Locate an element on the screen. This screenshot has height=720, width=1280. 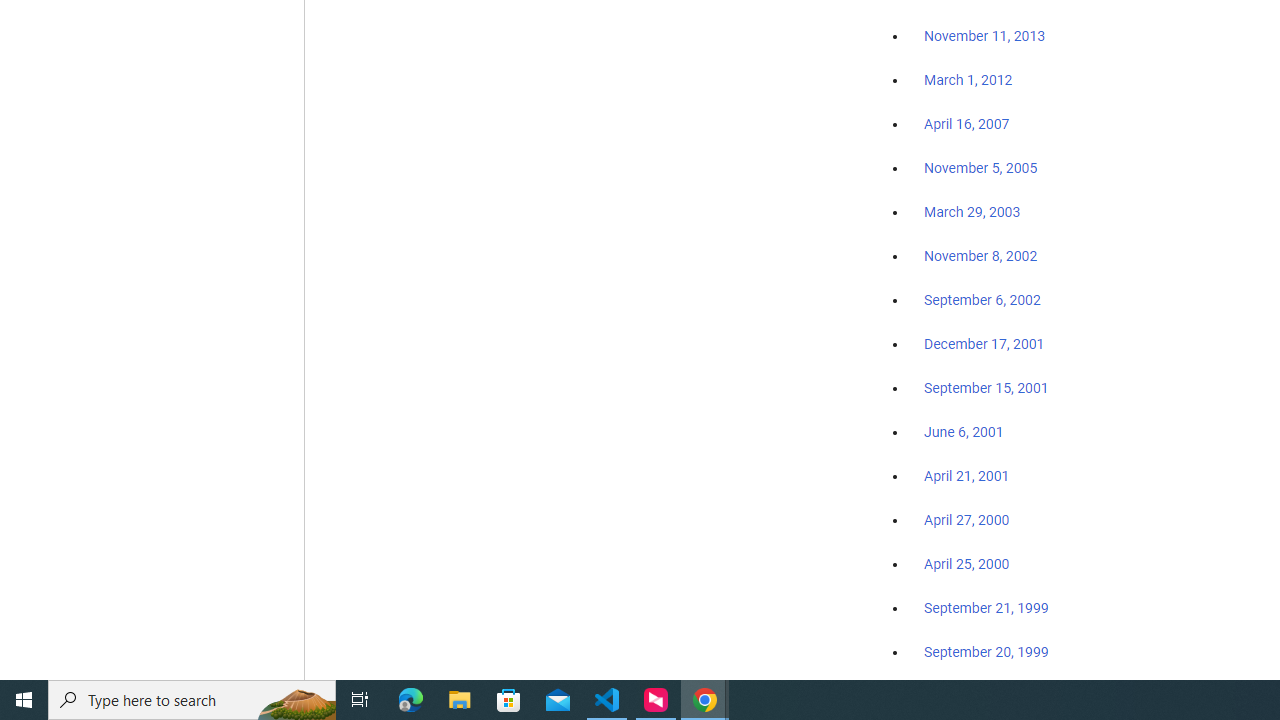
'November 11, 2013' is located at coordinates (984, 37).